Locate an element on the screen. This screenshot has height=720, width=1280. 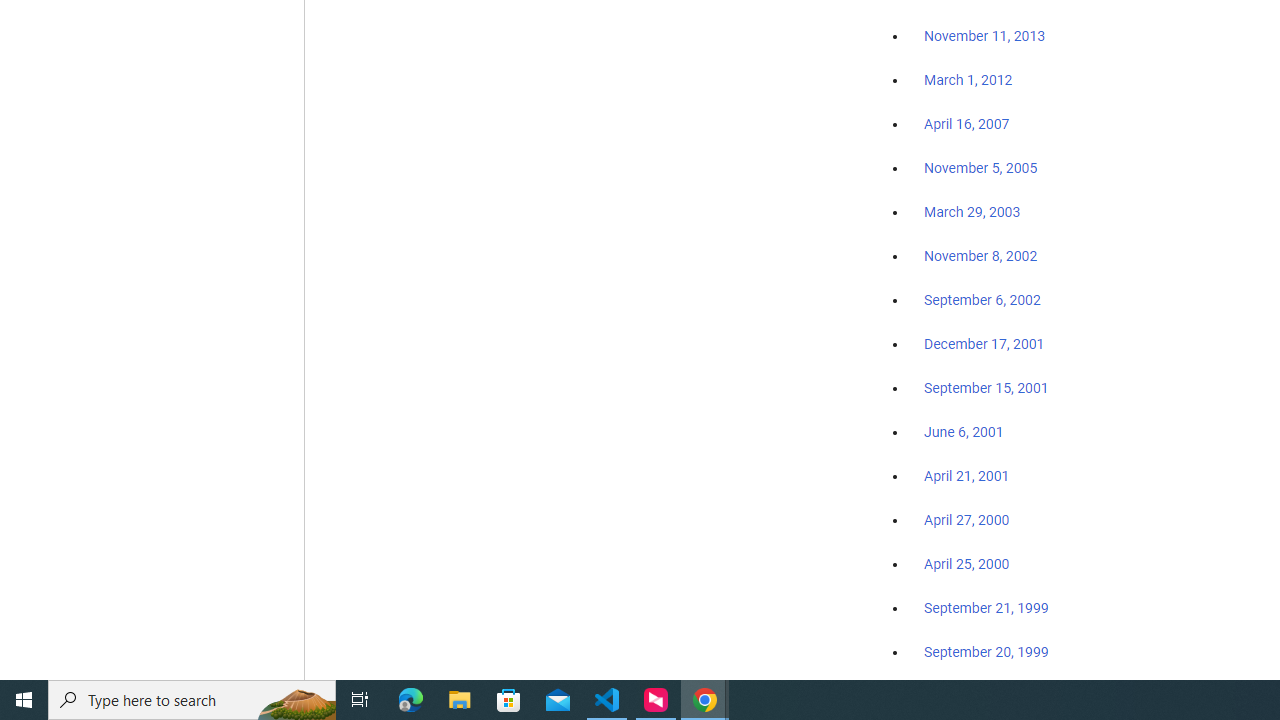
'November 11, 2013' is located at coordinates (984, 37).